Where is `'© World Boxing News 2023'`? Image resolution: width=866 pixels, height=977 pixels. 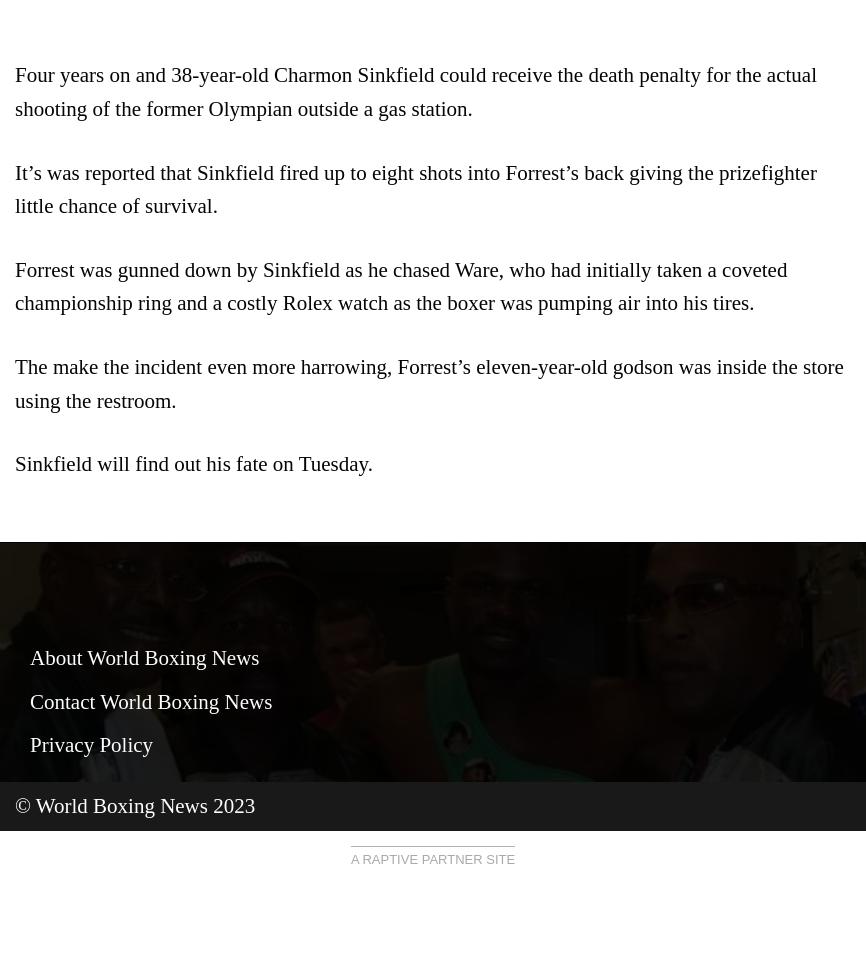 '© World Boxing News 2023' is located at coordinates (135, 805).